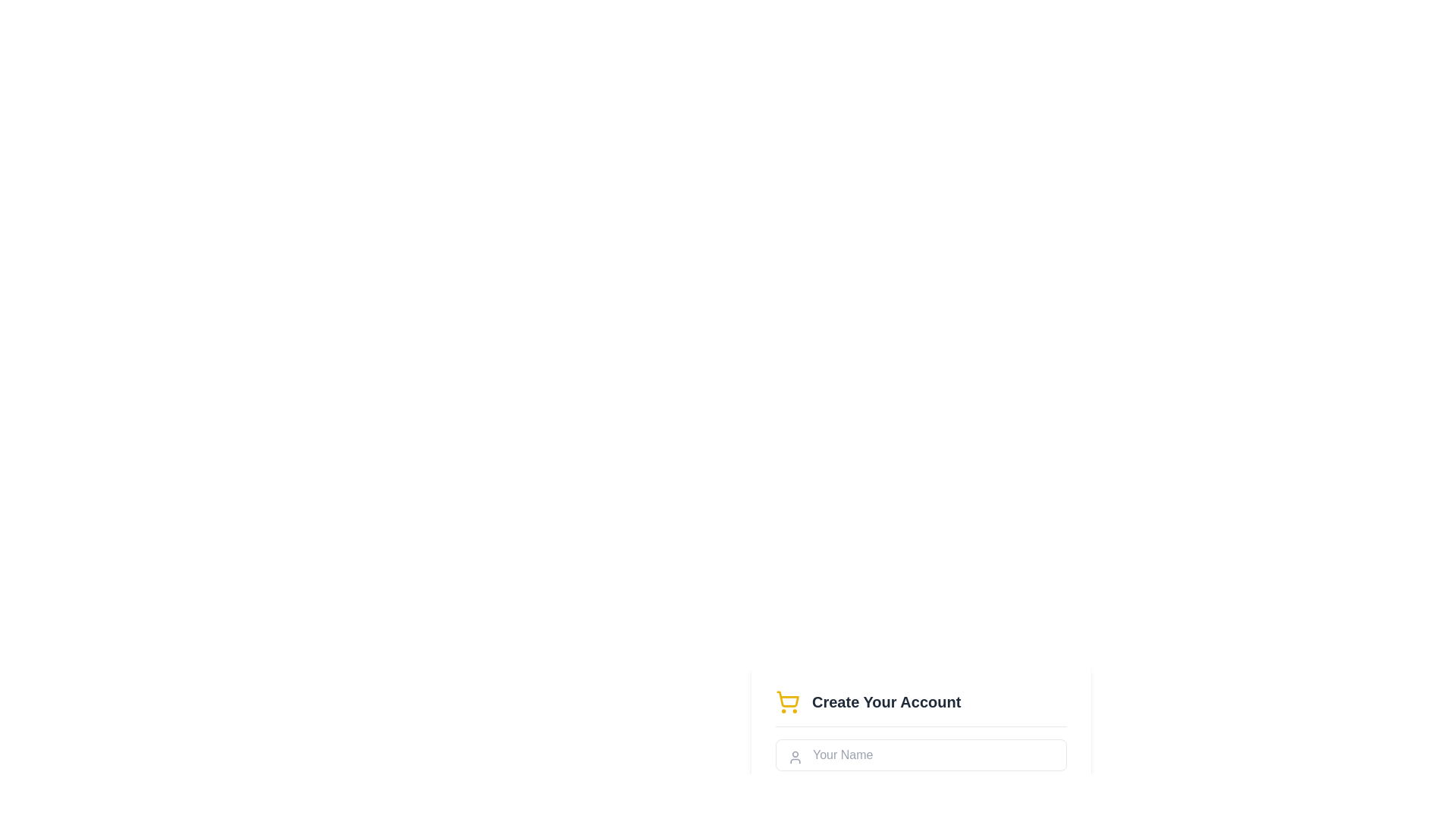 Image resolution: width=1456 pixels, height=819 pixels. What do you see at coordinates (795, 757) in the screenshot?
I see `the Decorative icon, which is a compact user profile silhouette styled in gray, located inside the input field with the placeholder 'Your Name'` at bounding box center [795, 757].